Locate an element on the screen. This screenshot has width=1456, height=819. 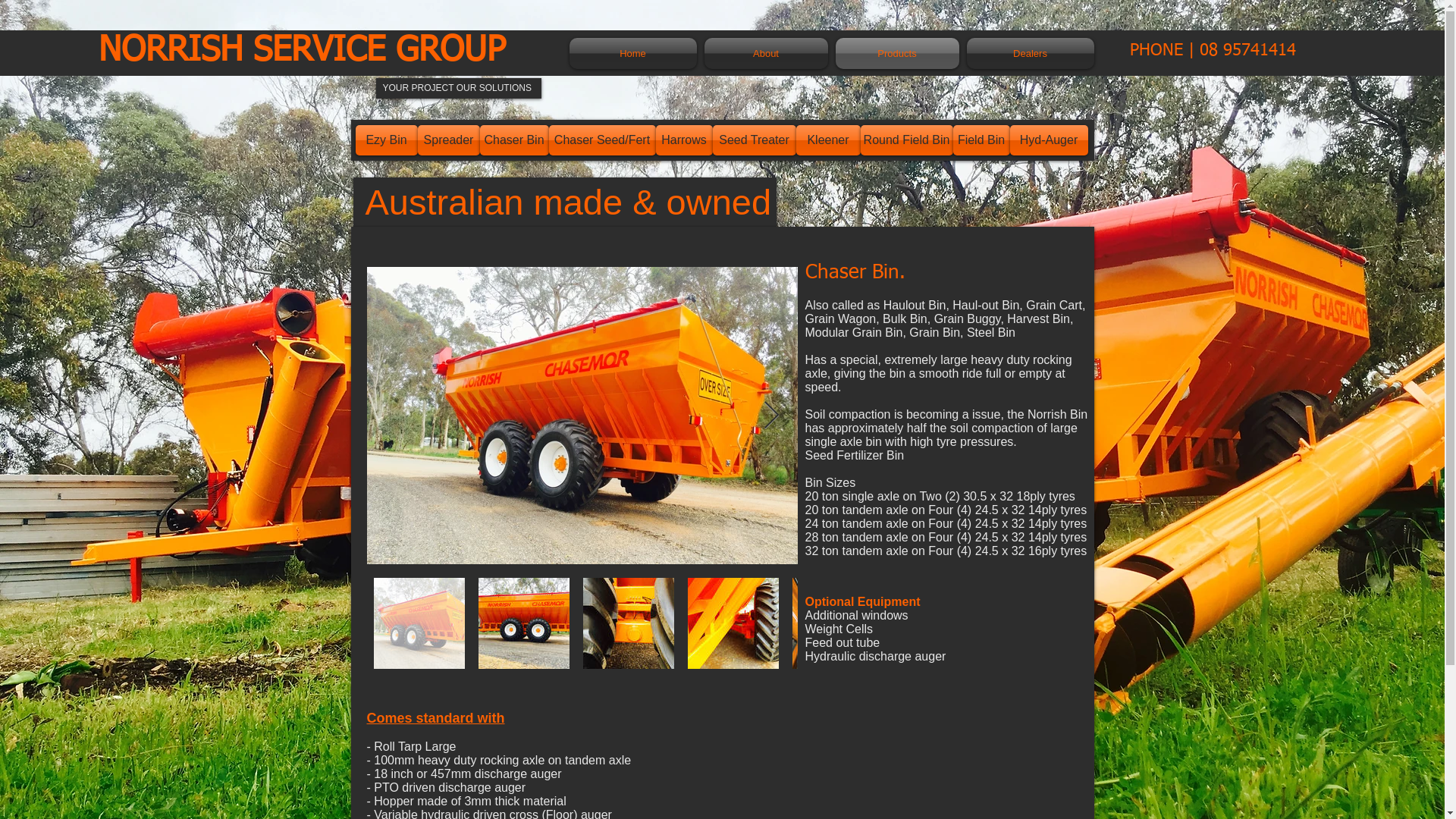
'Chaser Seed/Fert' is located at coordinates (548, 140).